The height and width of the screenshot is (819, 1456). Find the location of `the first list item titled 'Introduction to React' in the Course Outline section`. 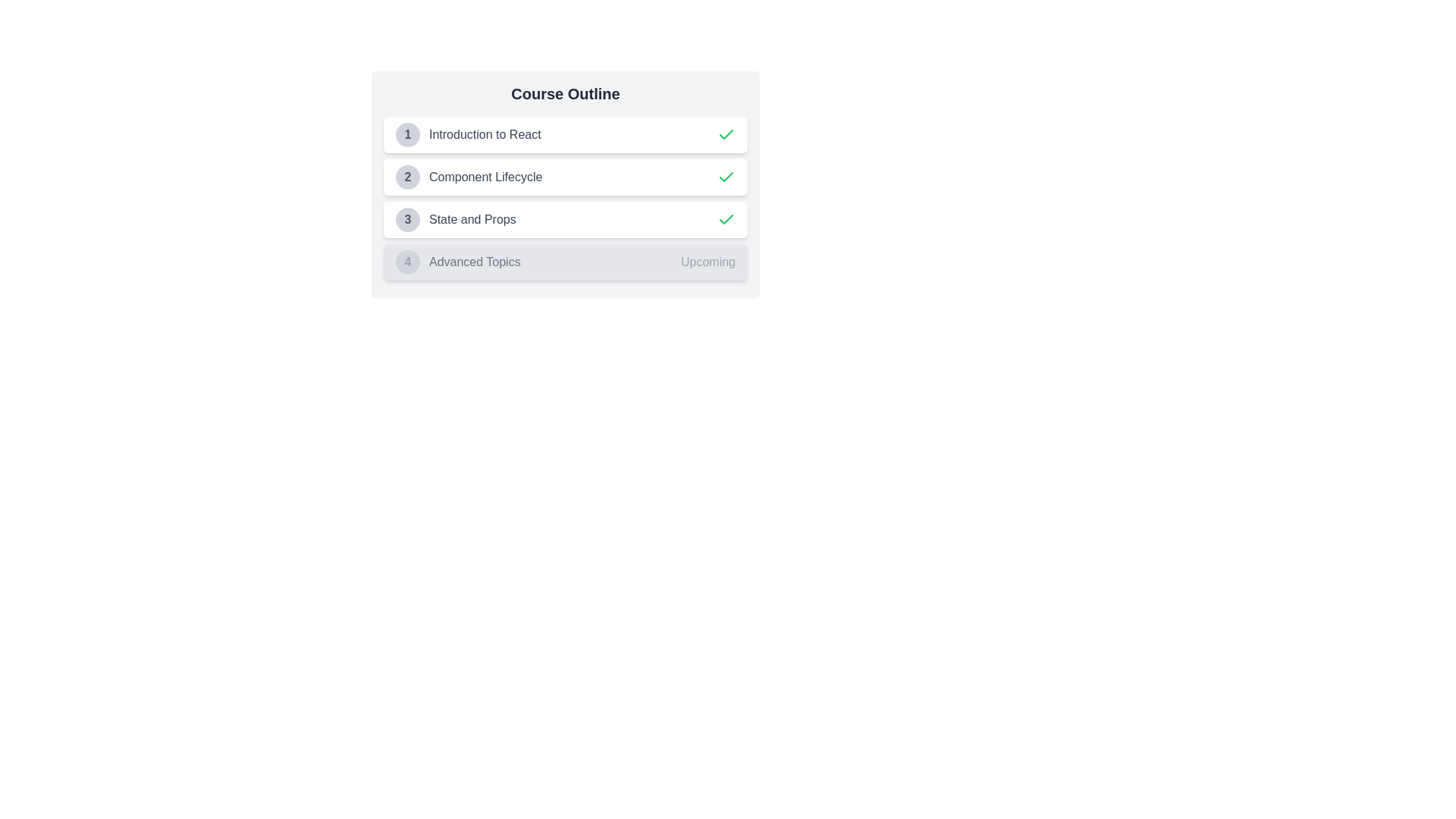

the first list item titled 'Introduction to React' in the Course Outline section is located at coordinates (564, 133).